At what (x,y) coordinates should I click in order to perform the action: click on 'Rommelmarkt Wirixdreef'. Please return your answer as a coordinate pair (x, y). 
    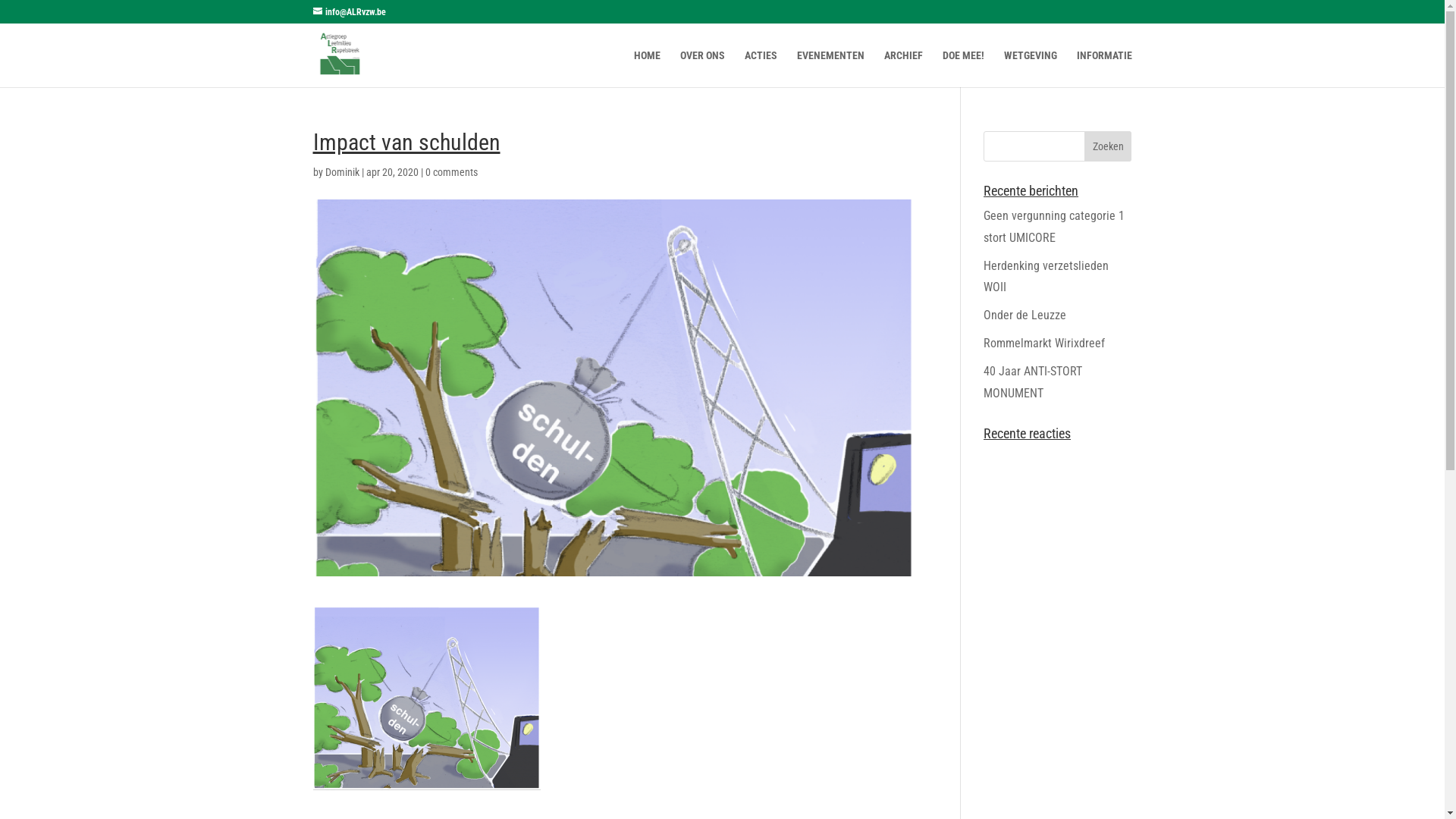
    Looking at the image, I should click on (983, 343).